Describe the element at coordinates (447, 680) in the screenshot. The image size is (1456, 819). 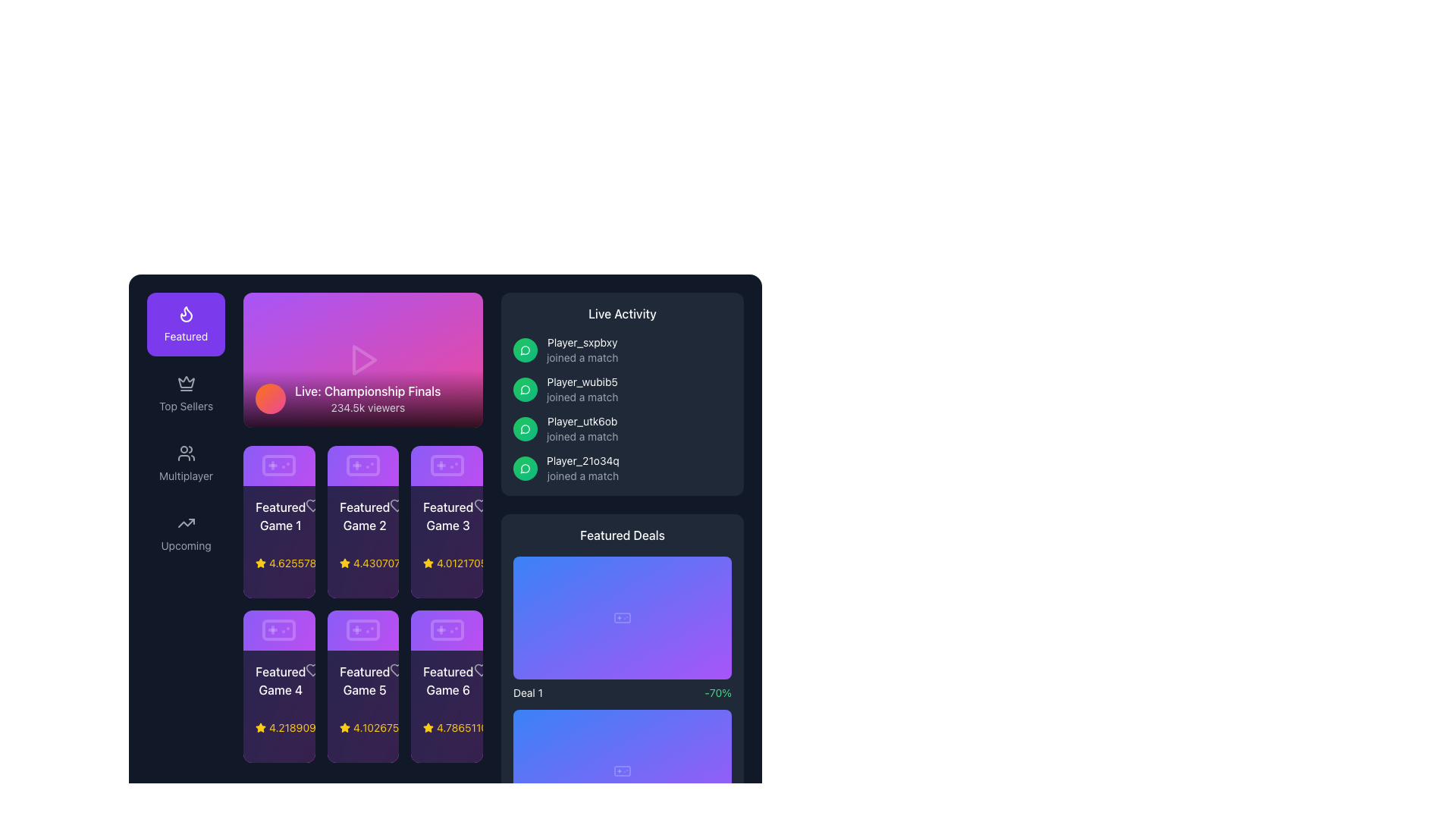
I see `the 'Featured Game 6' label, which is located in the bottom row of a grid of recommended games, specifically positioned at the rightmost end` at that location.